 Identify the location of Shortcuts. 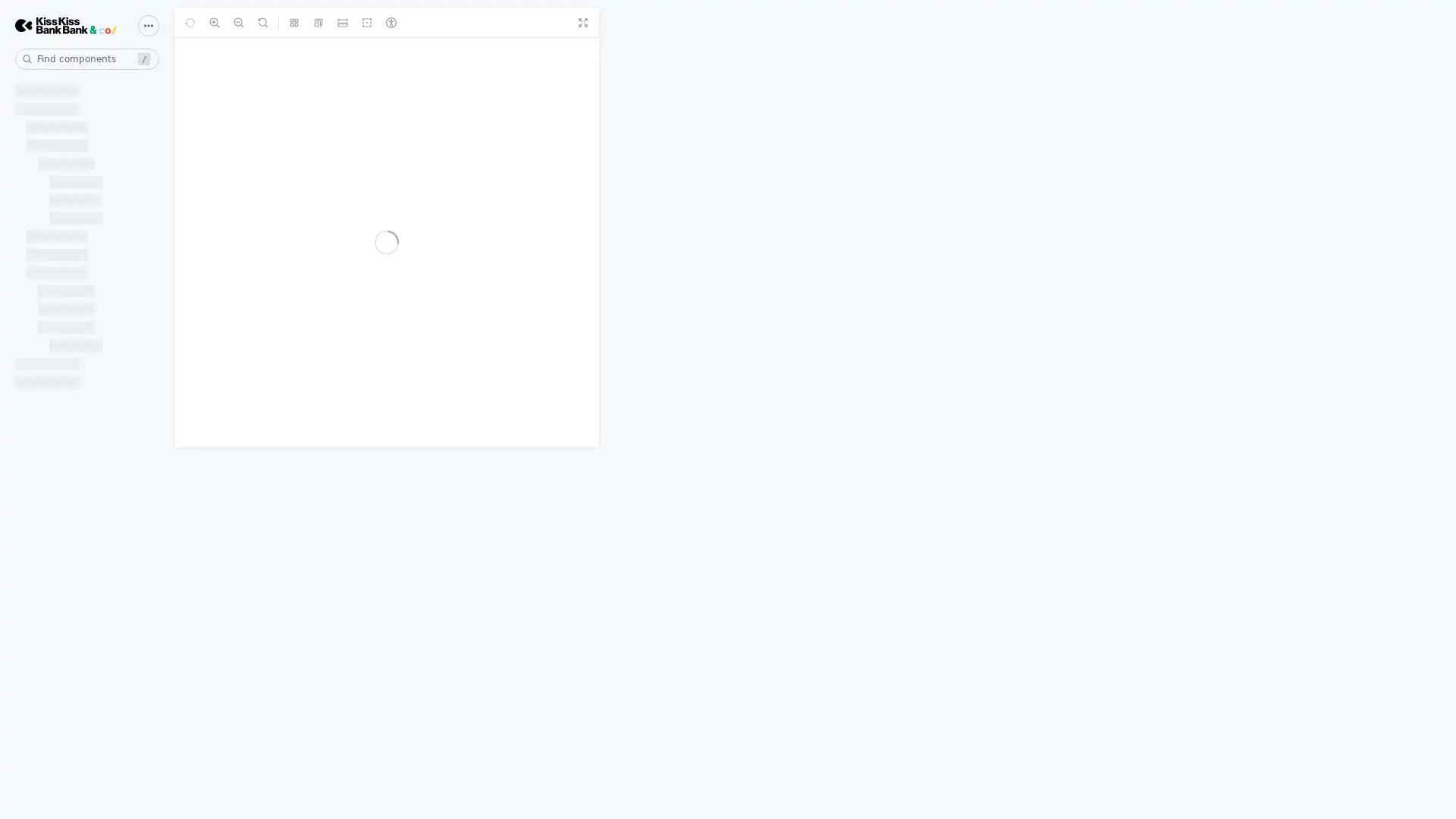
(149, 26).